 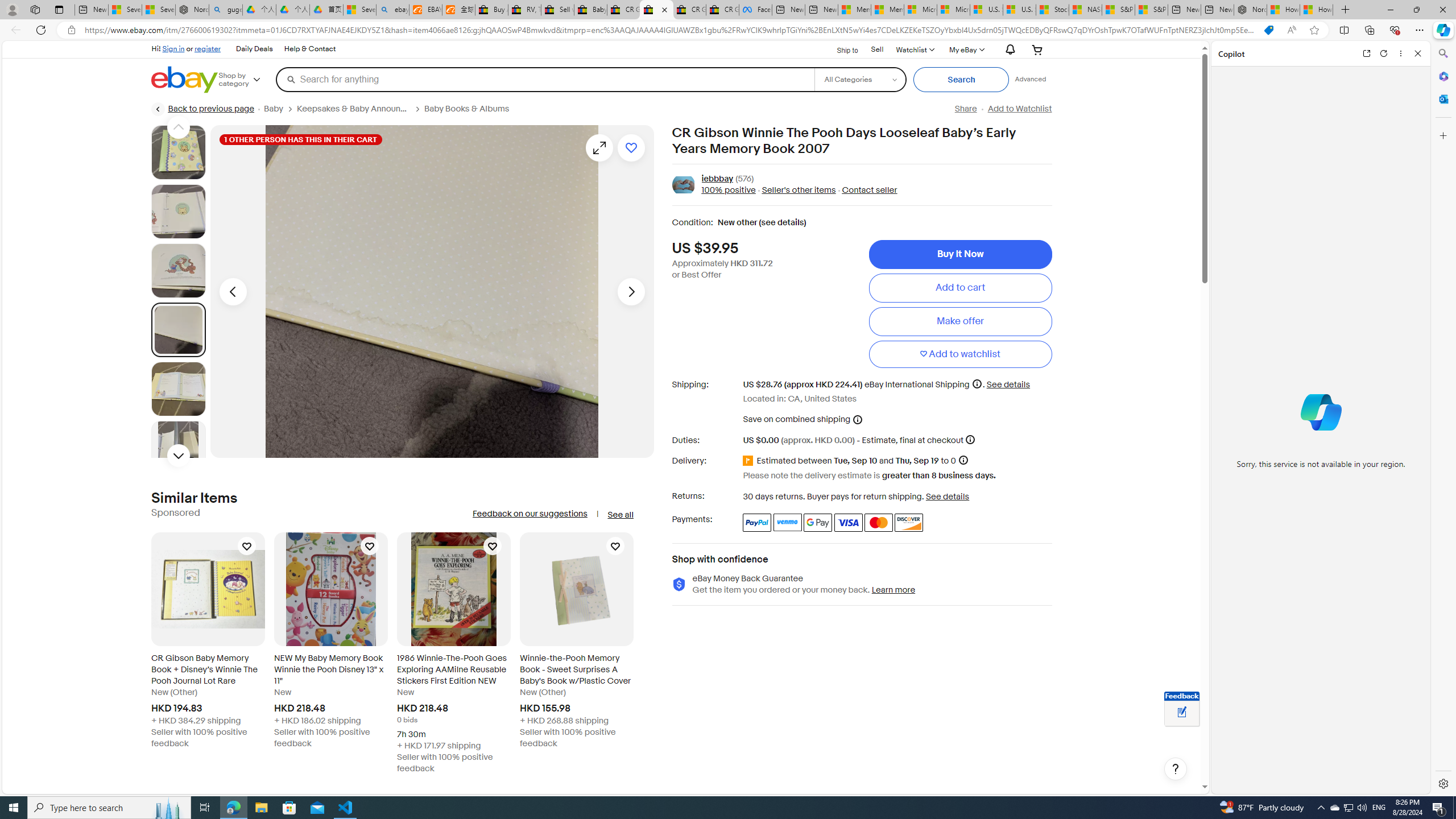 What do you see at coordinates (178, 448) in the screenshot?
I see `'Picture 6 of 22'` at bounding box center [178, 448].